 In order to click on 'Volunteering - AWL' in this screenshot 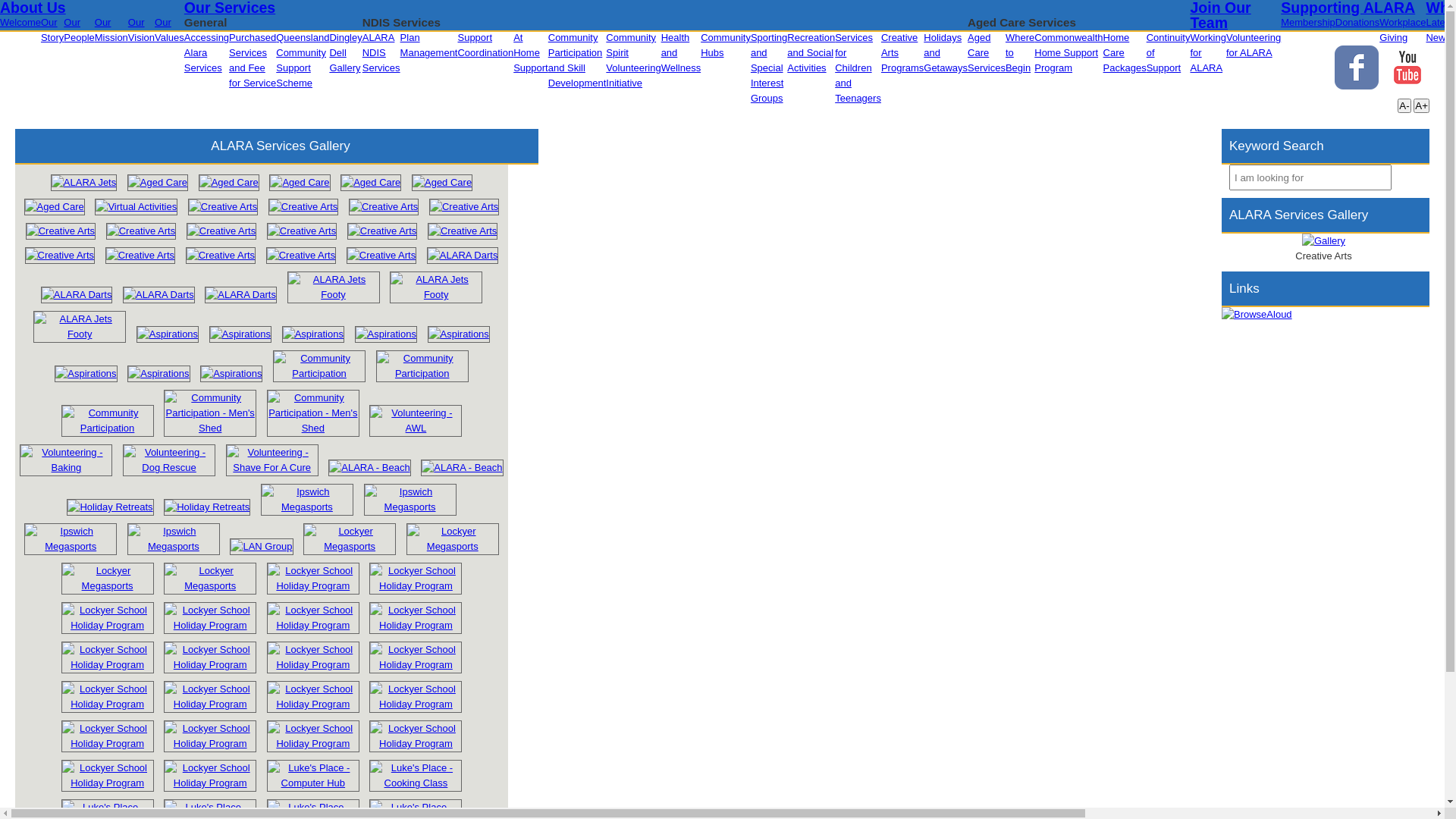, I will do `click(415, 428)`.